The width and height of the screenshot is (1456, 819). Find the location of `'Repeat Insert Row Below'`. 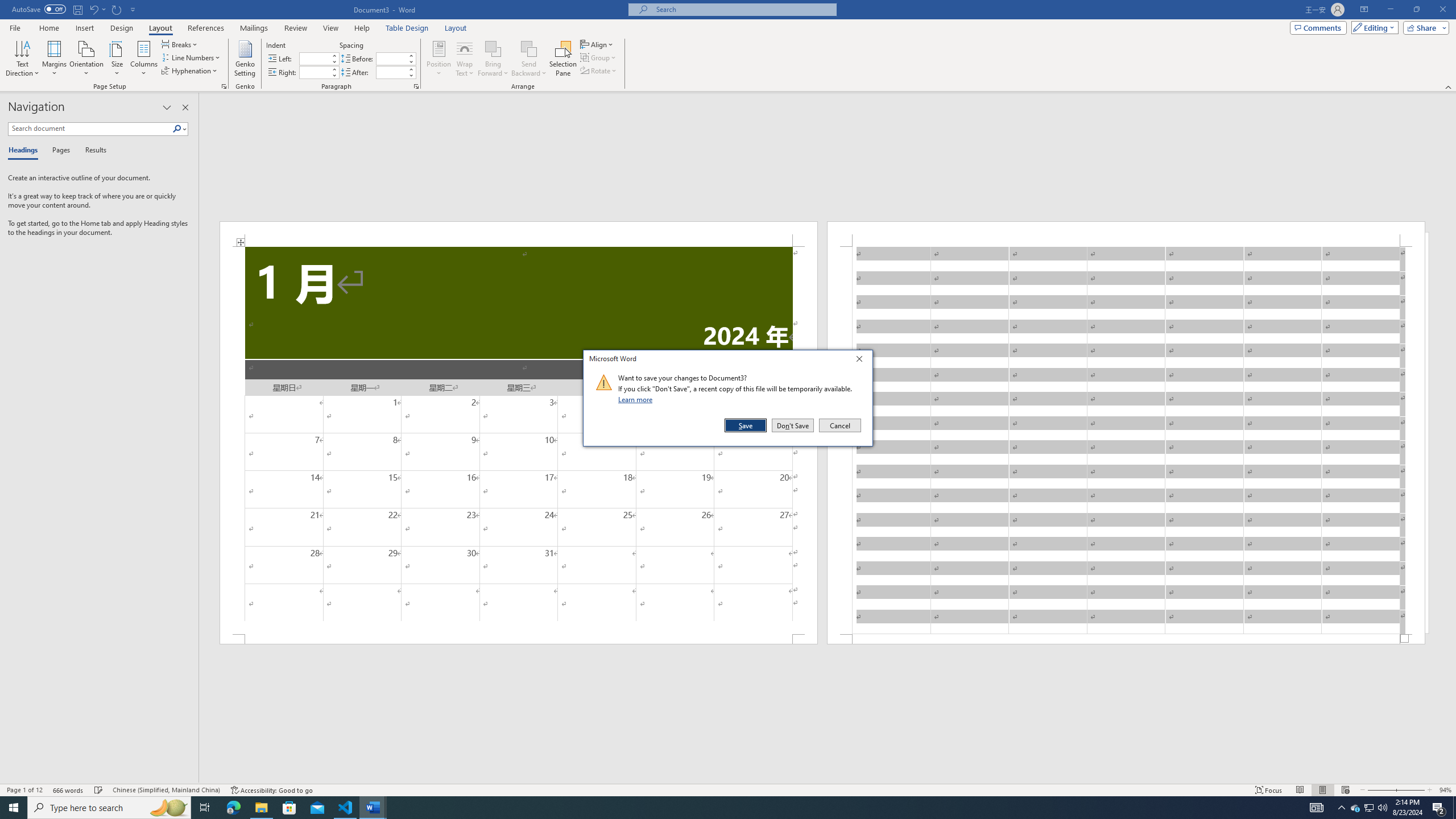

'Repeat Insert Row Below' is located at coordinates (117, 9).